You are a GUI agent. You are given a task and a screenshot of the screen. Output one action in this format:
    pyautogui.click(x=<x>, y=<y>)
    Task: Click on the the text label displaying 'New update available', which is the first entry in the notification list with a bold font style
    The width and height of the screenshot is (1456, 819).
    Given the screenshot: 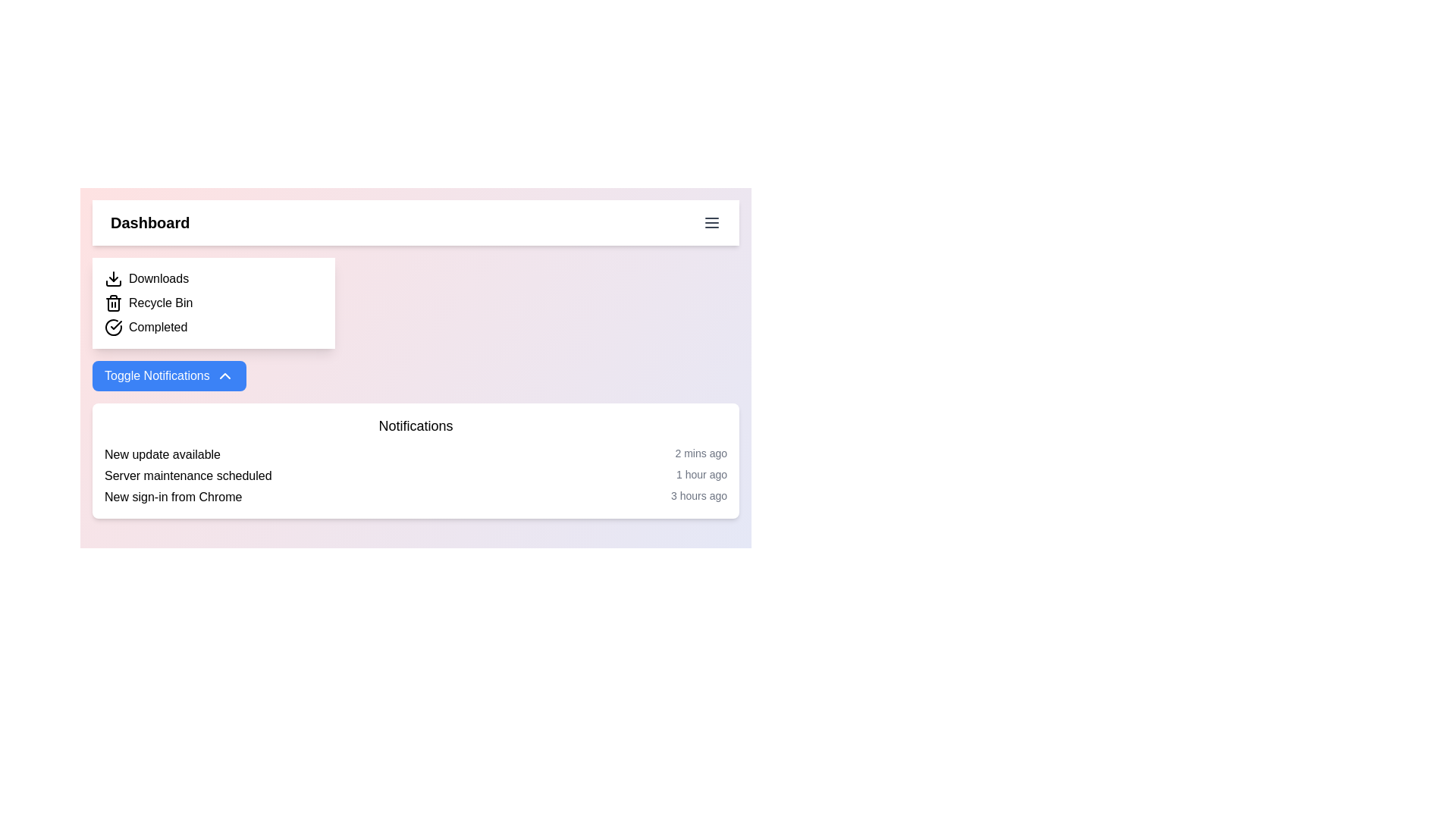 What is the action you would take?
    pyautogui.click(x=162, y=454)
    